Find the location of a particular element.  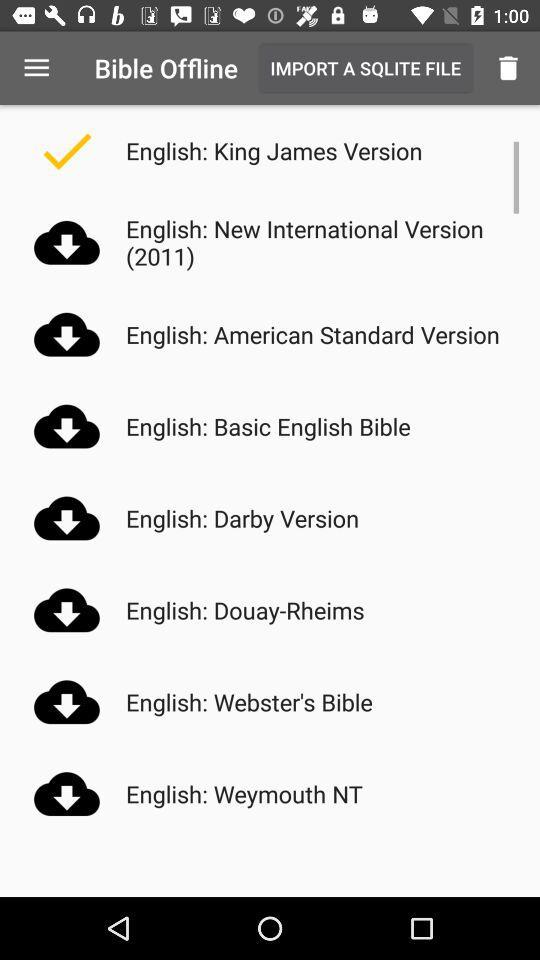

the item next to the import a sqlite icon is located at coordinates (508, 68).